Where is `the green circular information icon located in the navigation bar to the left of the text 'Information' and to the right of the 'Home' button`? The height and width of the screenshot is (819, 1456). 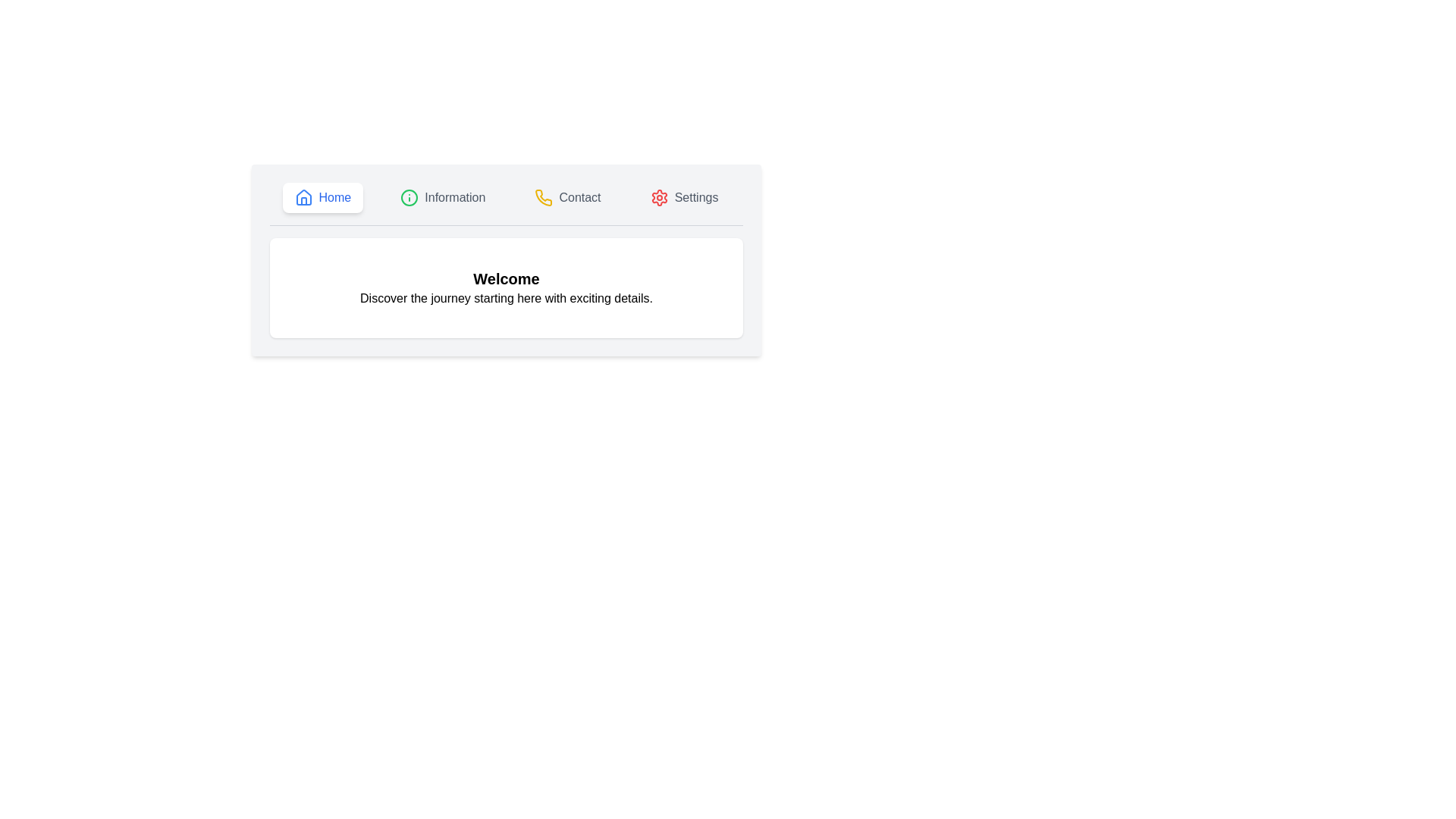 the green circular information icon located in the navigation bar to the left of the text 'Information' and to the right of the 'Home' button is located at coordinates (409, 197).